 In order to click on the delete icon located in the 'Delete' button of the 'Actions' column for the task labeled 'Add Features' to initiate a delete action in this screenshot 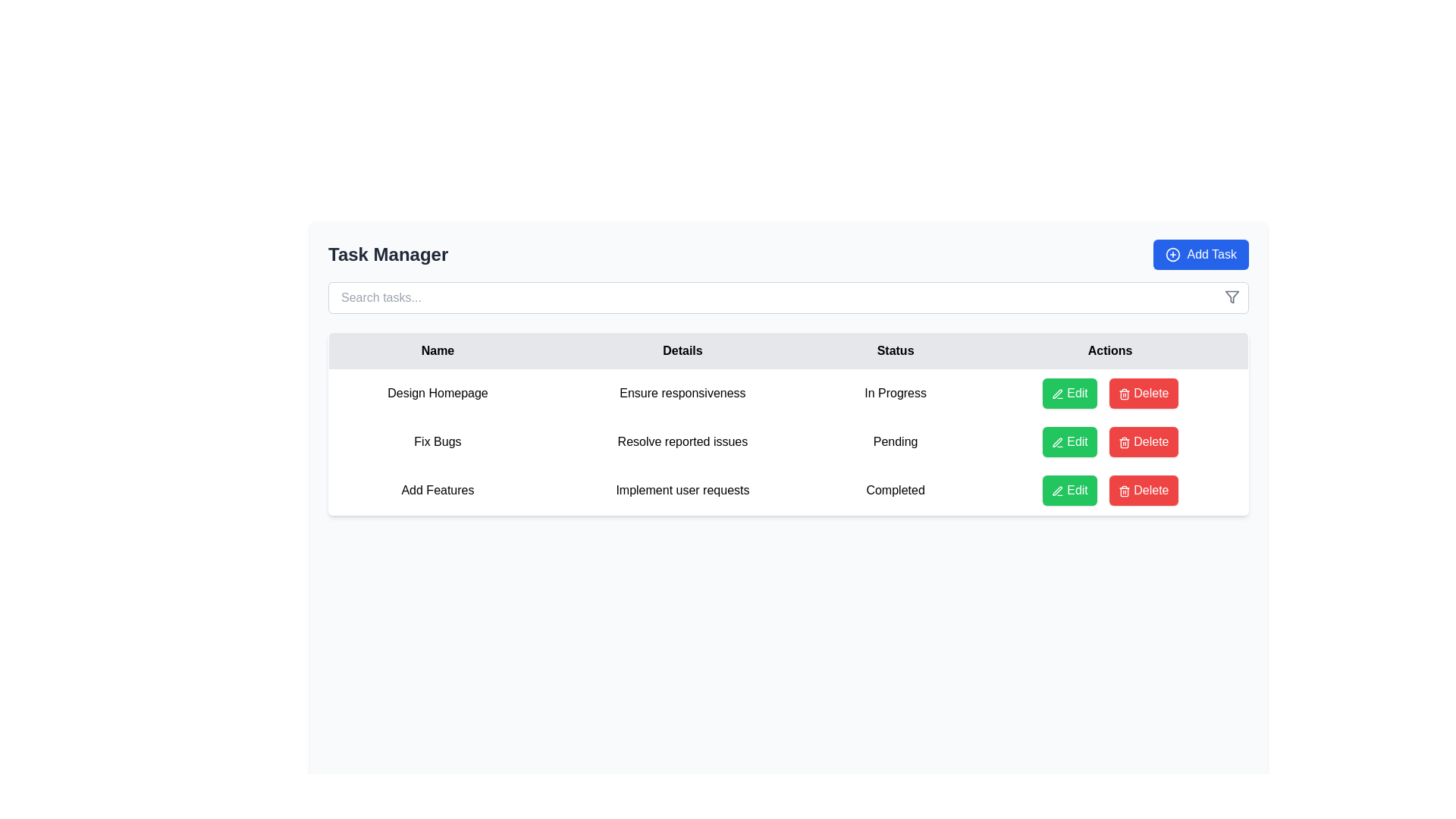, I will do `click(1124, 393)`.